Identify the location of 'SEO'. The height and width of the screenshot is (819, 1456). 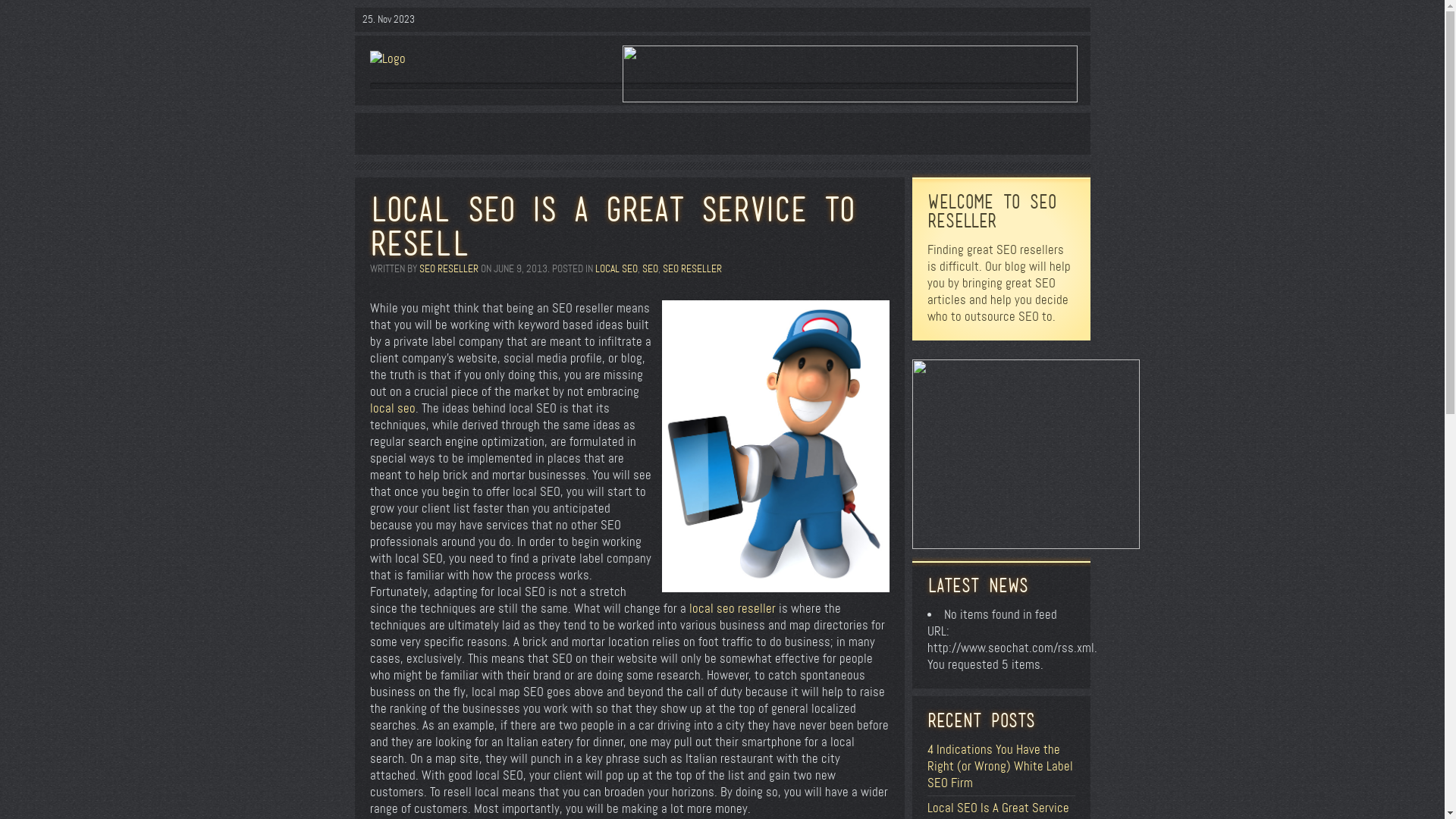
(641, 268).